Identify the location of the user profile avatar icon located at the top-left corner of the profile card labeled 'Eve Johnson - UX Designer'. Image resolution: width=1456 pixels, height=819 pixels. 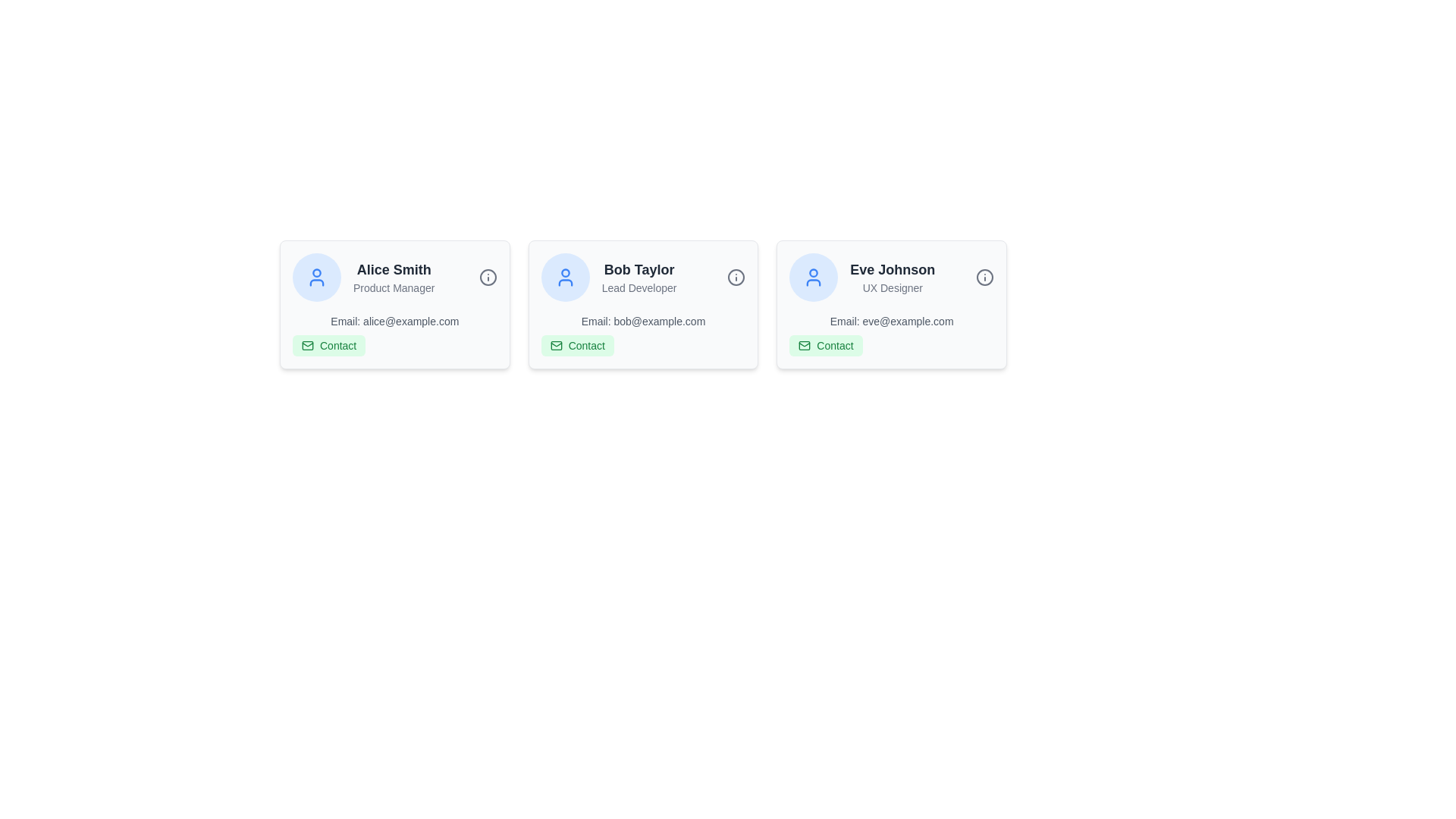
(813, 278).